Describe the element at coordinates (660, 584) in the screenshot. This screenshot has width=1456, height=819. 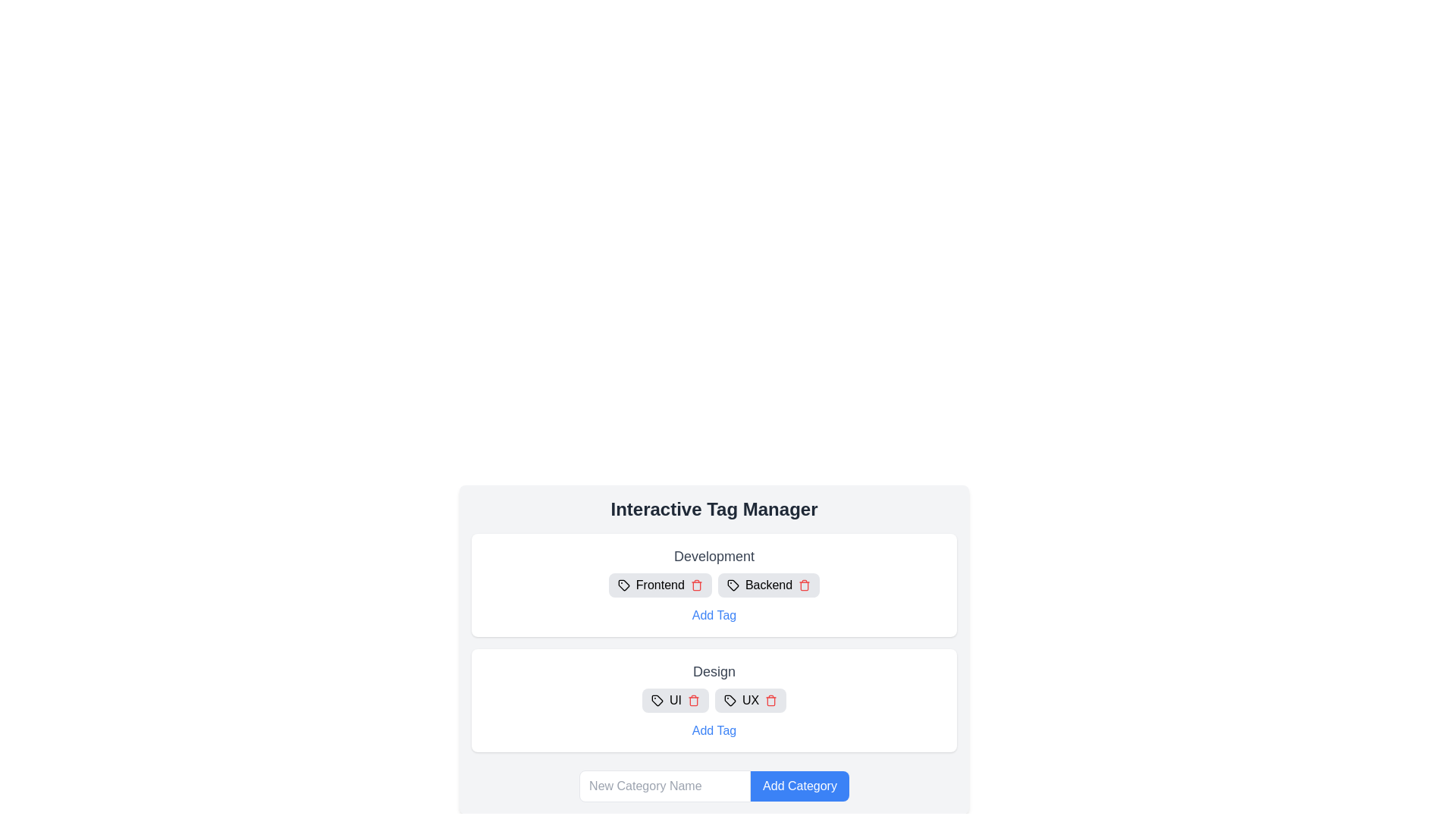
I see `the trash bin icon on the 'Frontend' tag` at that location.